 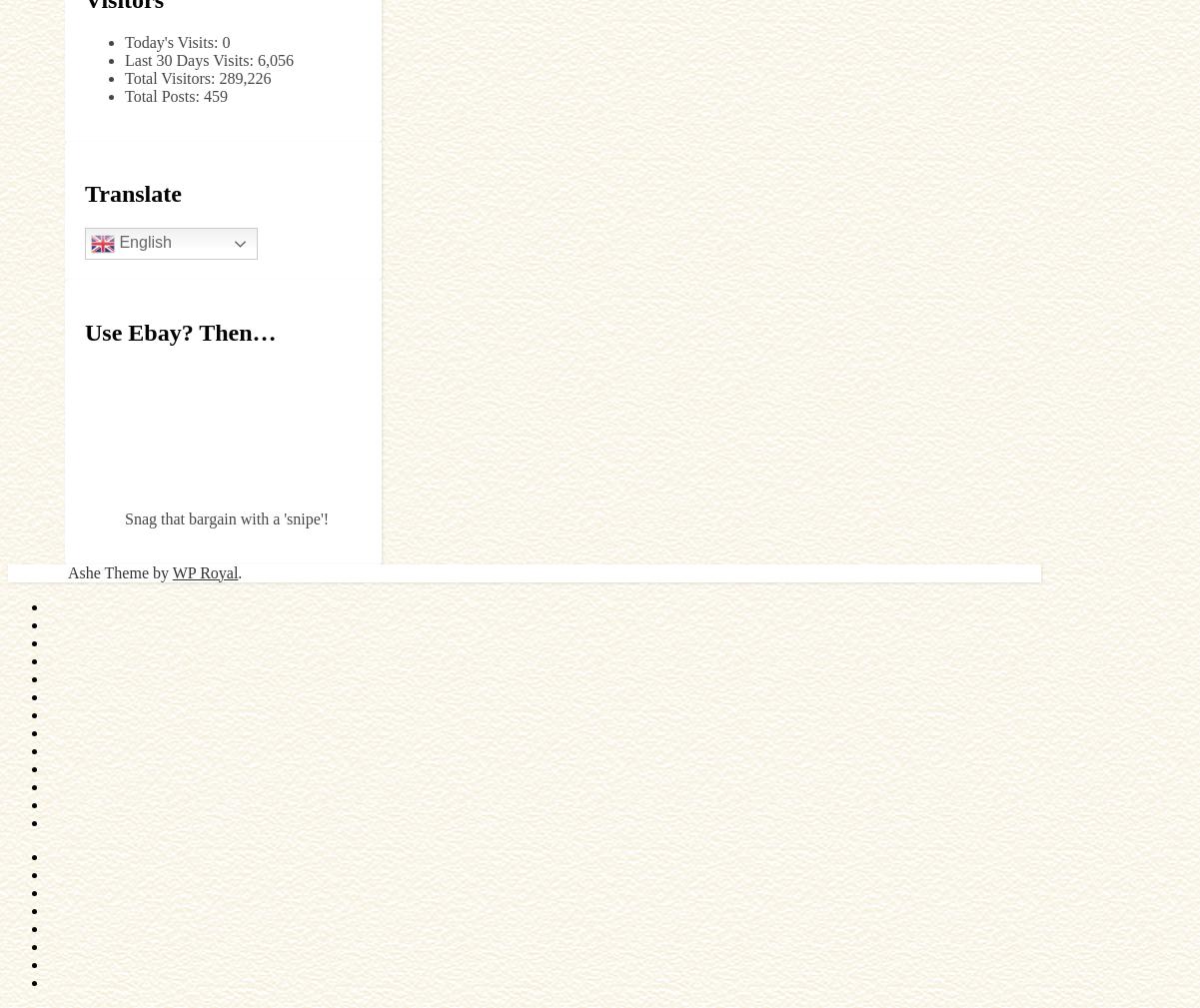 What do you see at coordinates (220, 40) in the screenshot?
I see `'0'` at bounding box center [220, 40].